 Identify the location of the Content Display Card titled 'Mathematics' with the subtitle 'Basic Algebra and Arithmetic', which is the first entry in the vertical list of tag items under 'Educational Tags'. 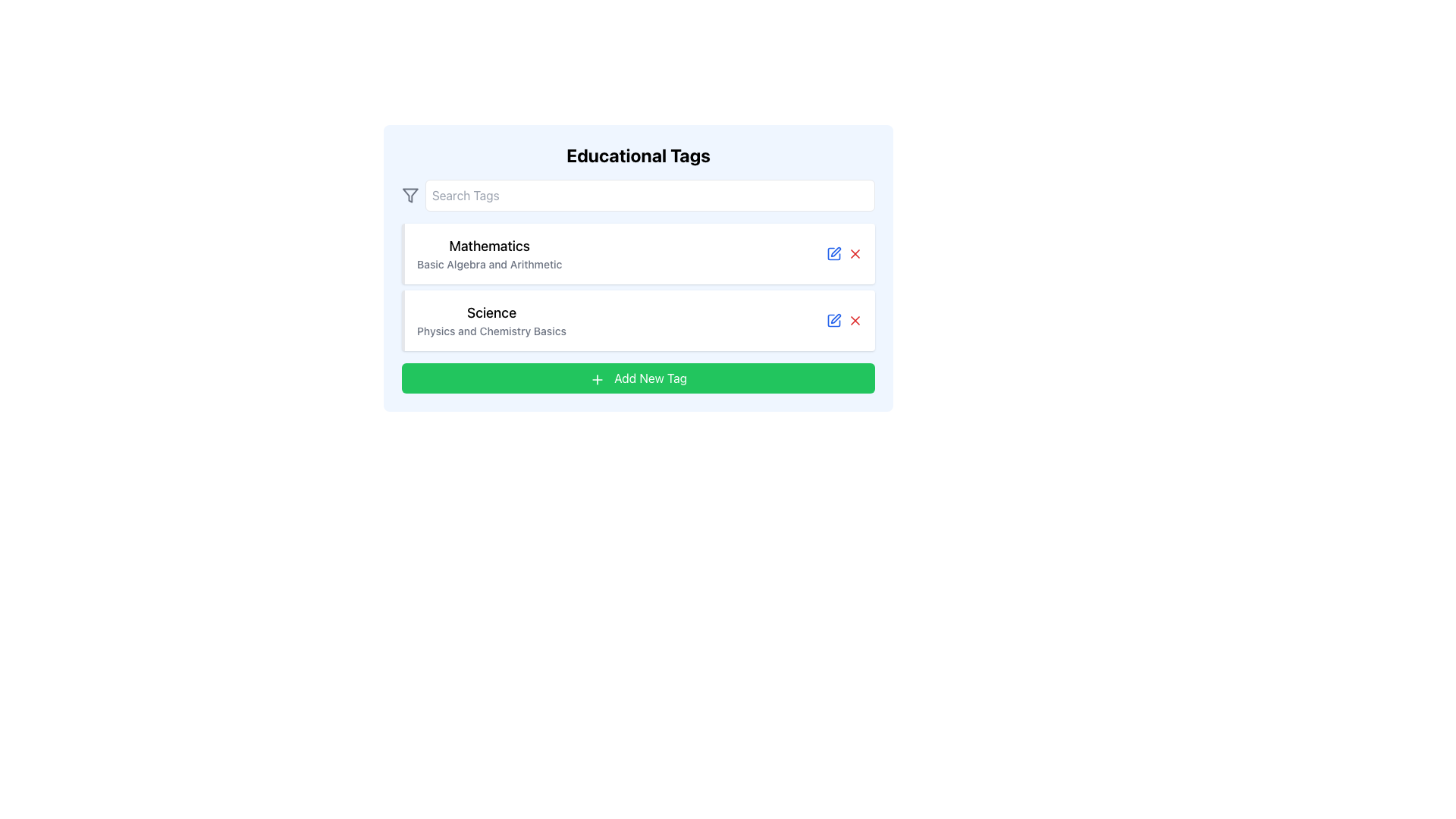
(638, 268).